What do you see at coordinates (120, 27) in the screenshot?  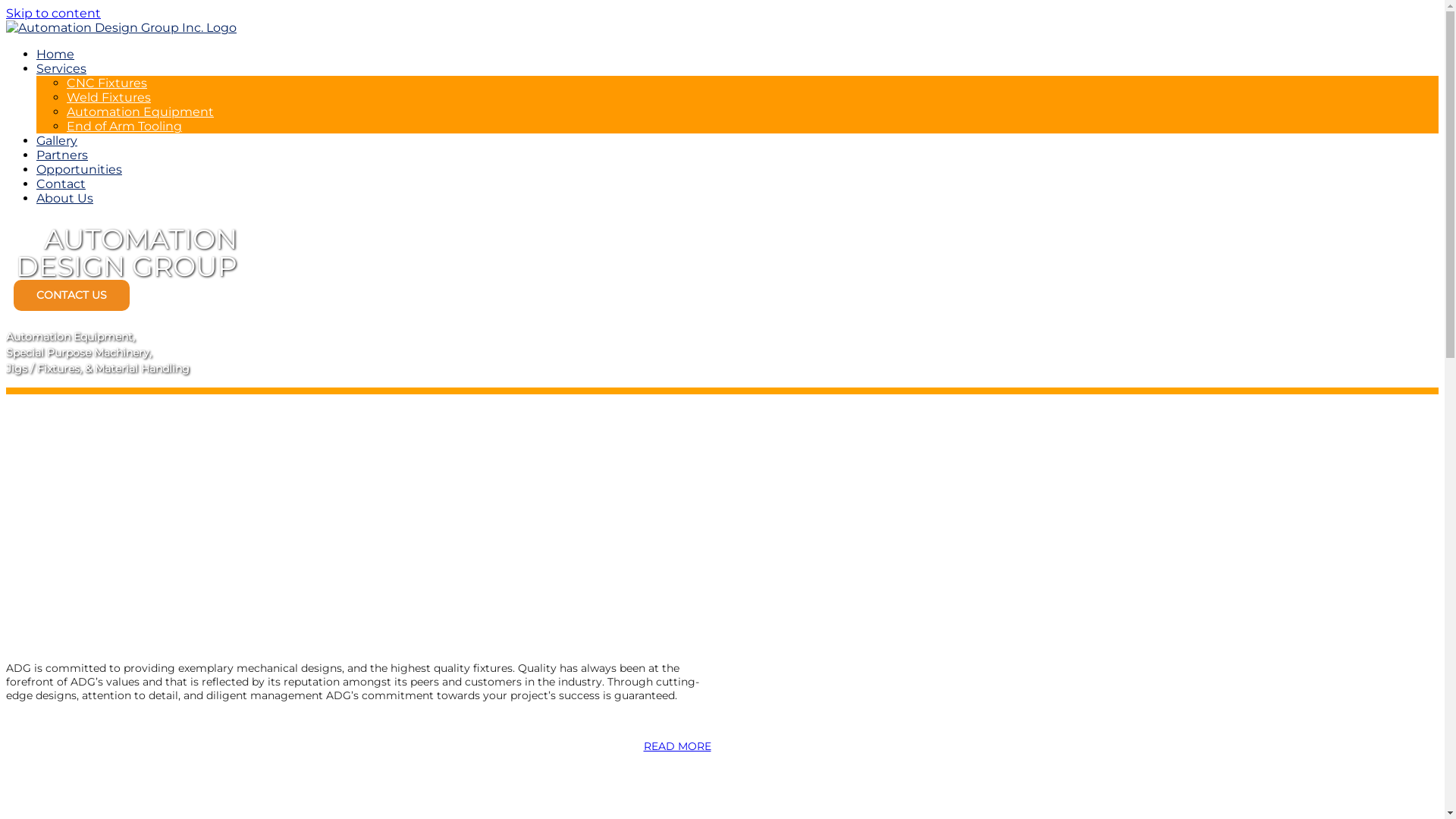 I see `'Automation Design Group Inc.'` at bounding box center [120, 27].